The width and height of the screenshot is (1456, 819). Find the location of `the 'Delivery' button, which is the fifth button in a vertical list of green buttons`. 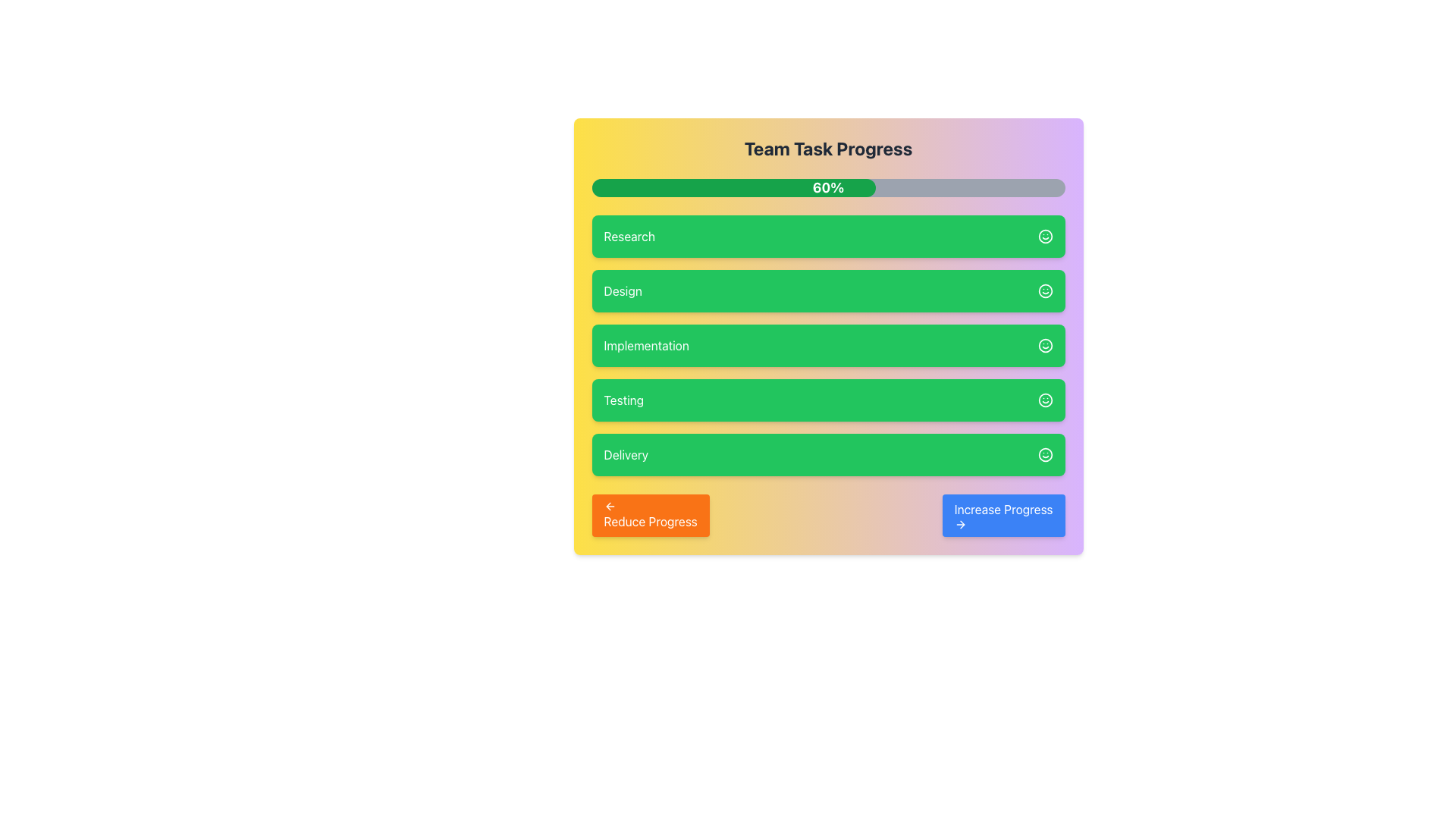

the 'Delivery' button, which is the fifth button in a vertical list of green buttons is located at coordinates (827, 454).